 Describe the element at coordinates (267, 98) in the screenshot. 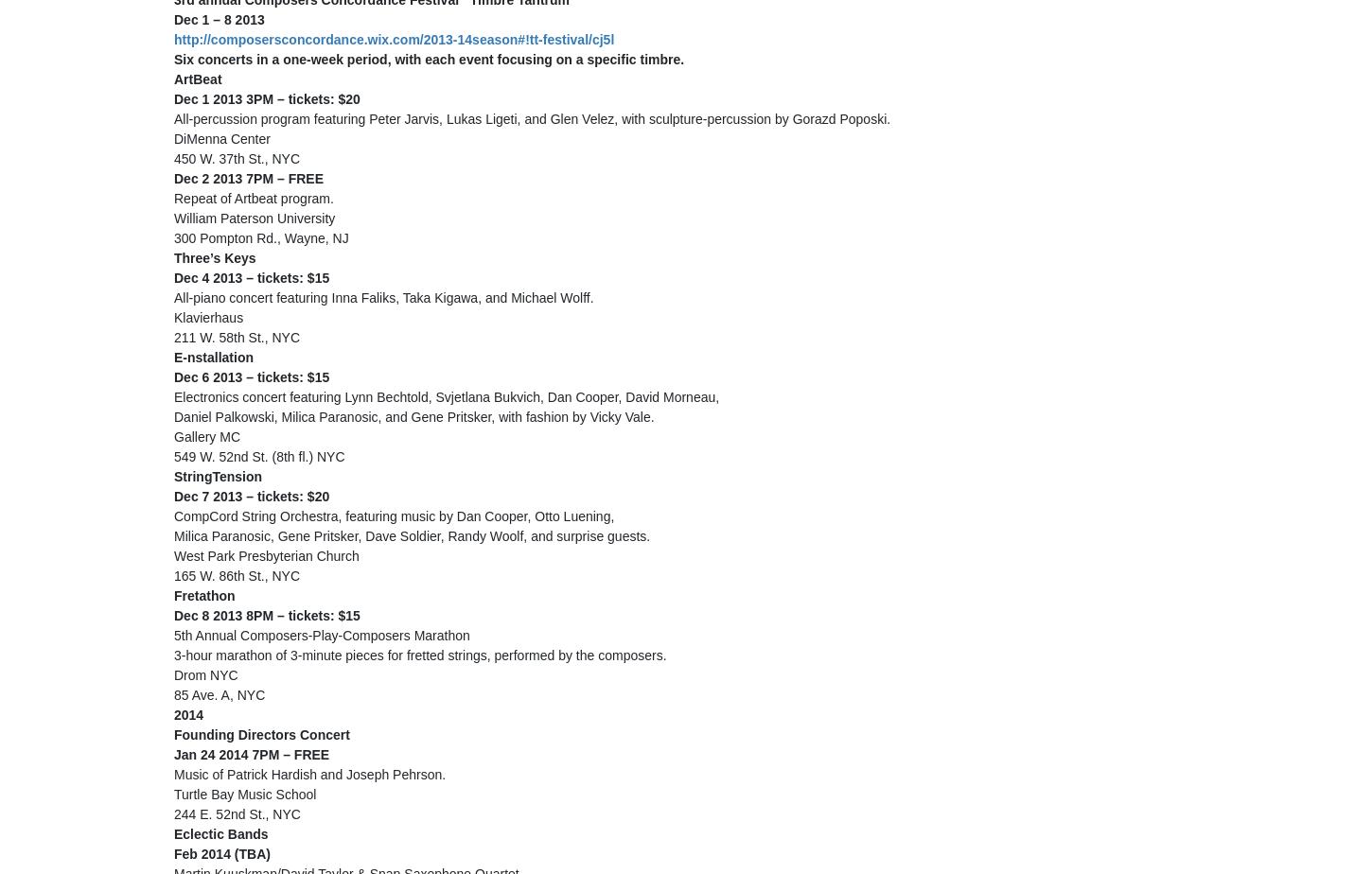

I see `'Dec 1 2013 3PM – tickets: $20'` at that location.